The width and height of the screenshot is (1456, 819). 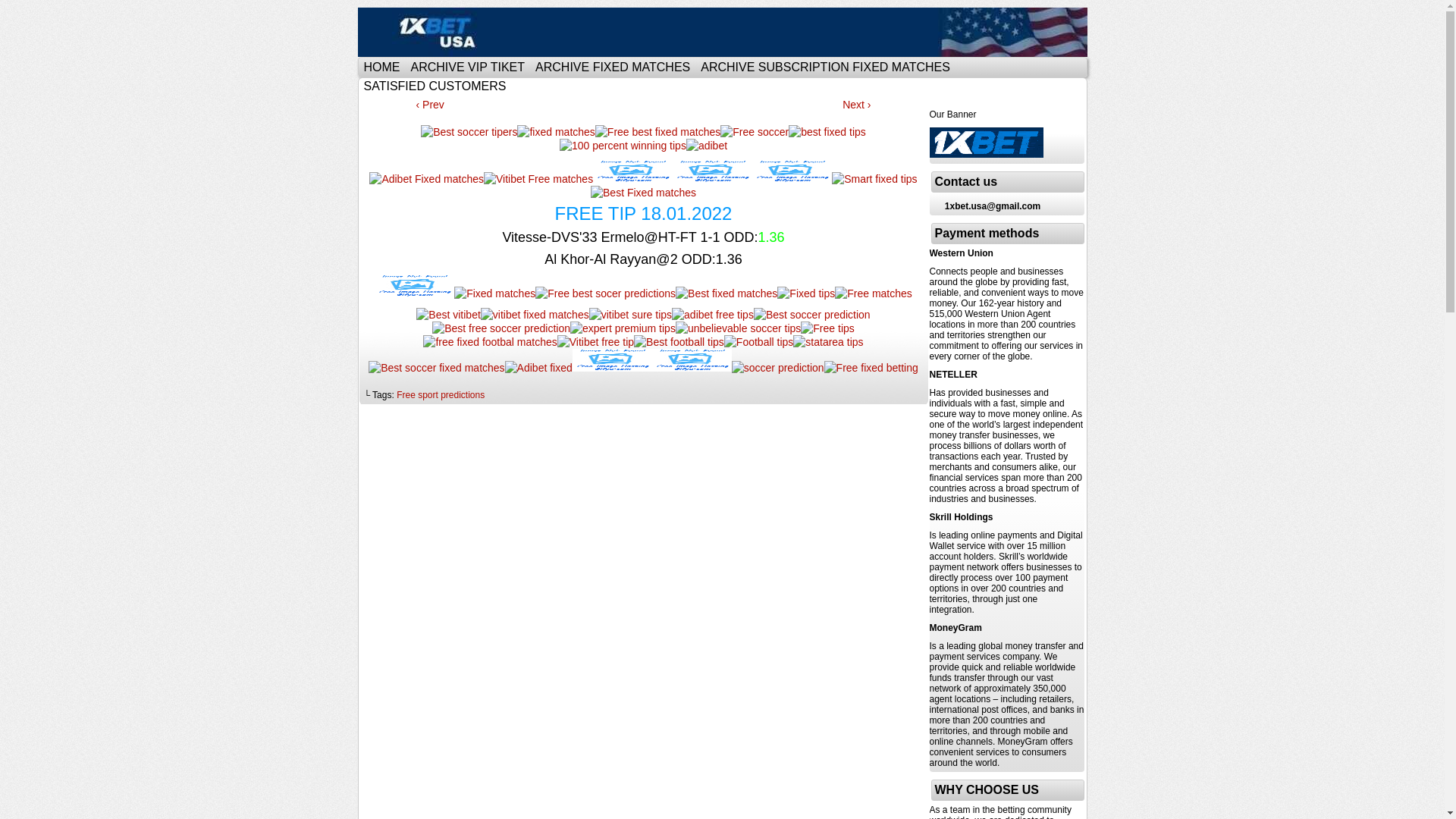 I want to click on 'free fixed footbal matches', so click(x=490, y=342).